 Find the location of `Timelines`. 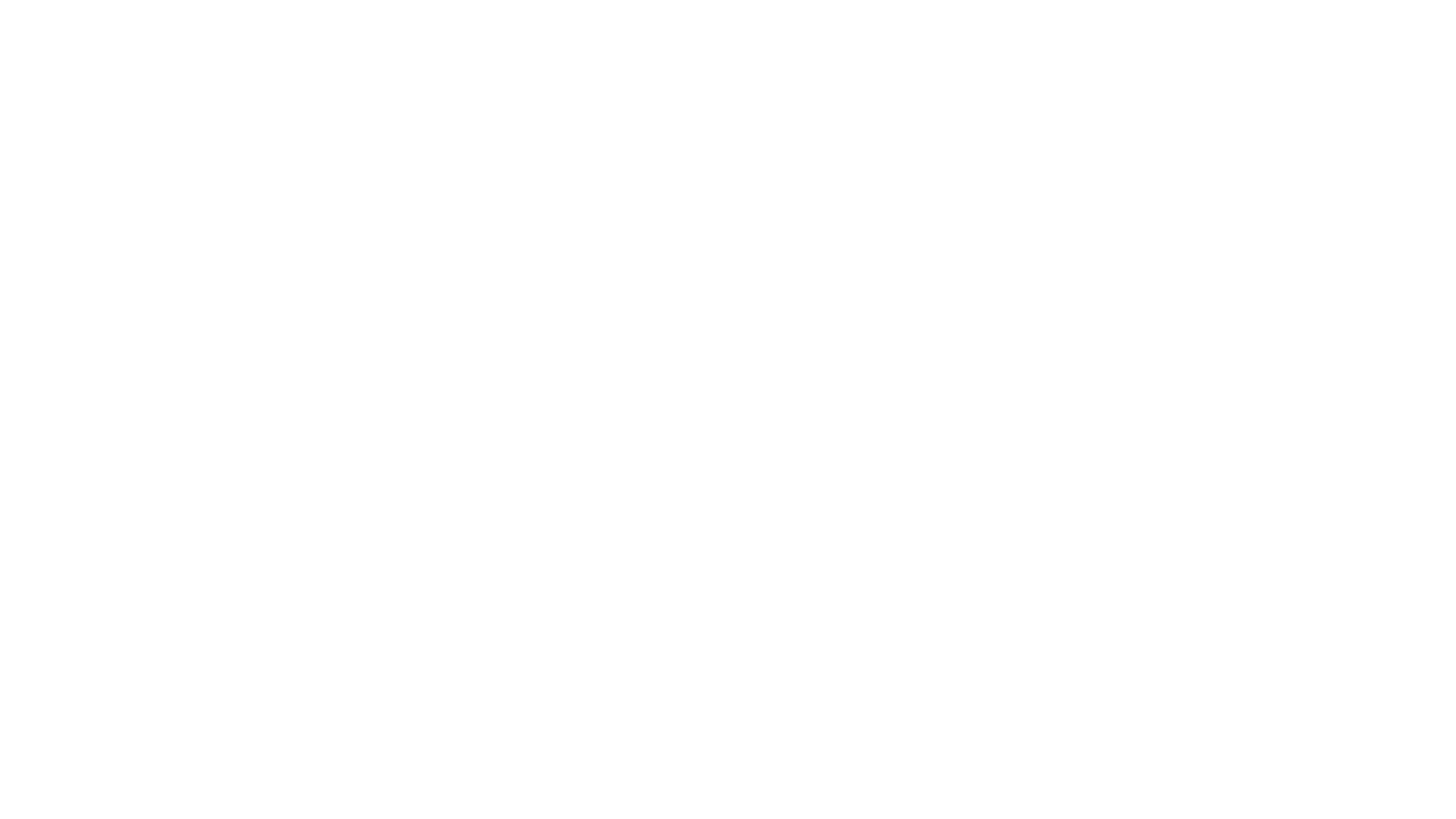

Timelines is located at coordinates (494, 287).